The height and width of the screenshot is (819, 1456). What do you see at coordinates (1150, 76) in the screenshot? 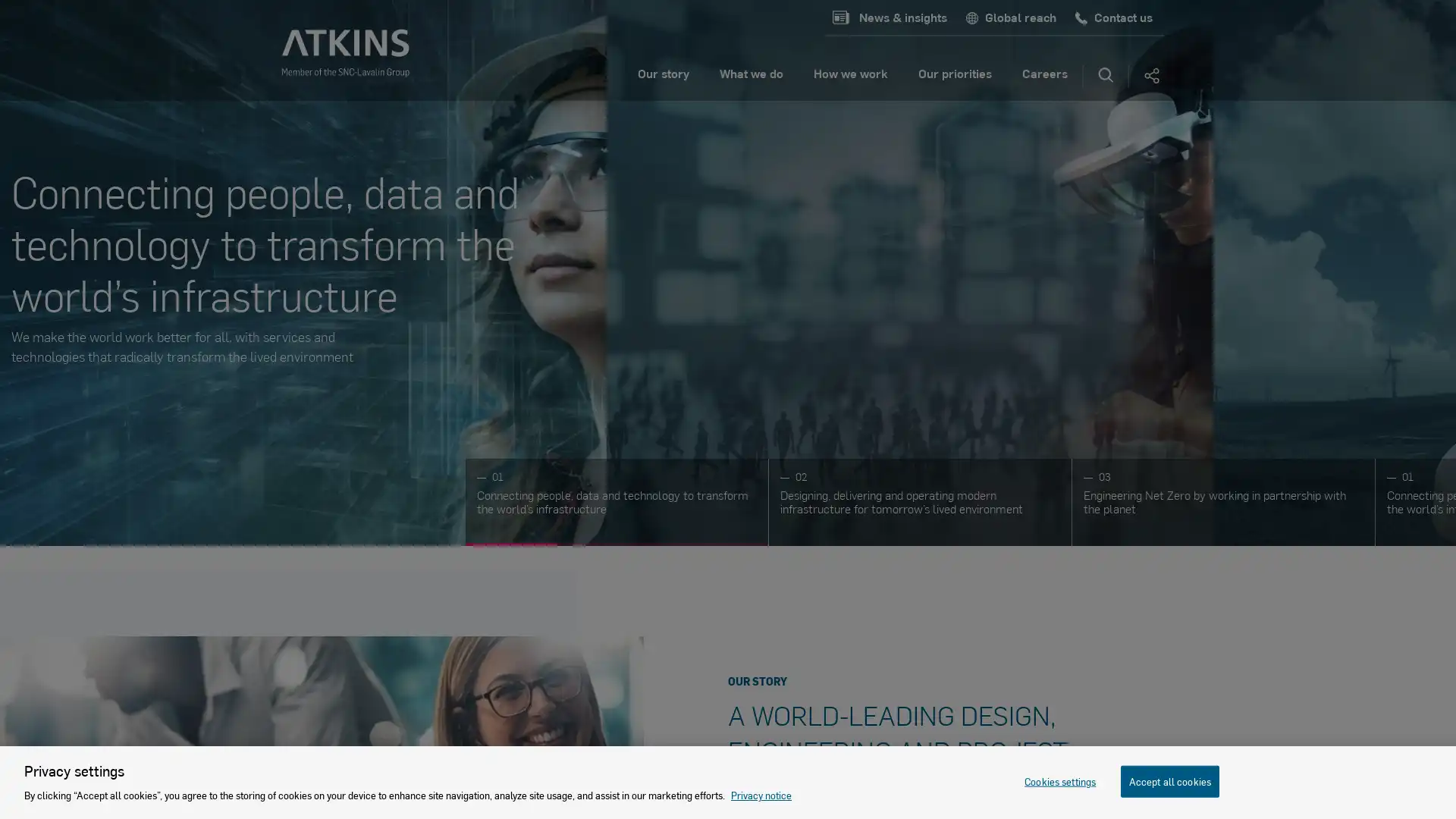
I see `Share` at bounding box center [1150, 76].